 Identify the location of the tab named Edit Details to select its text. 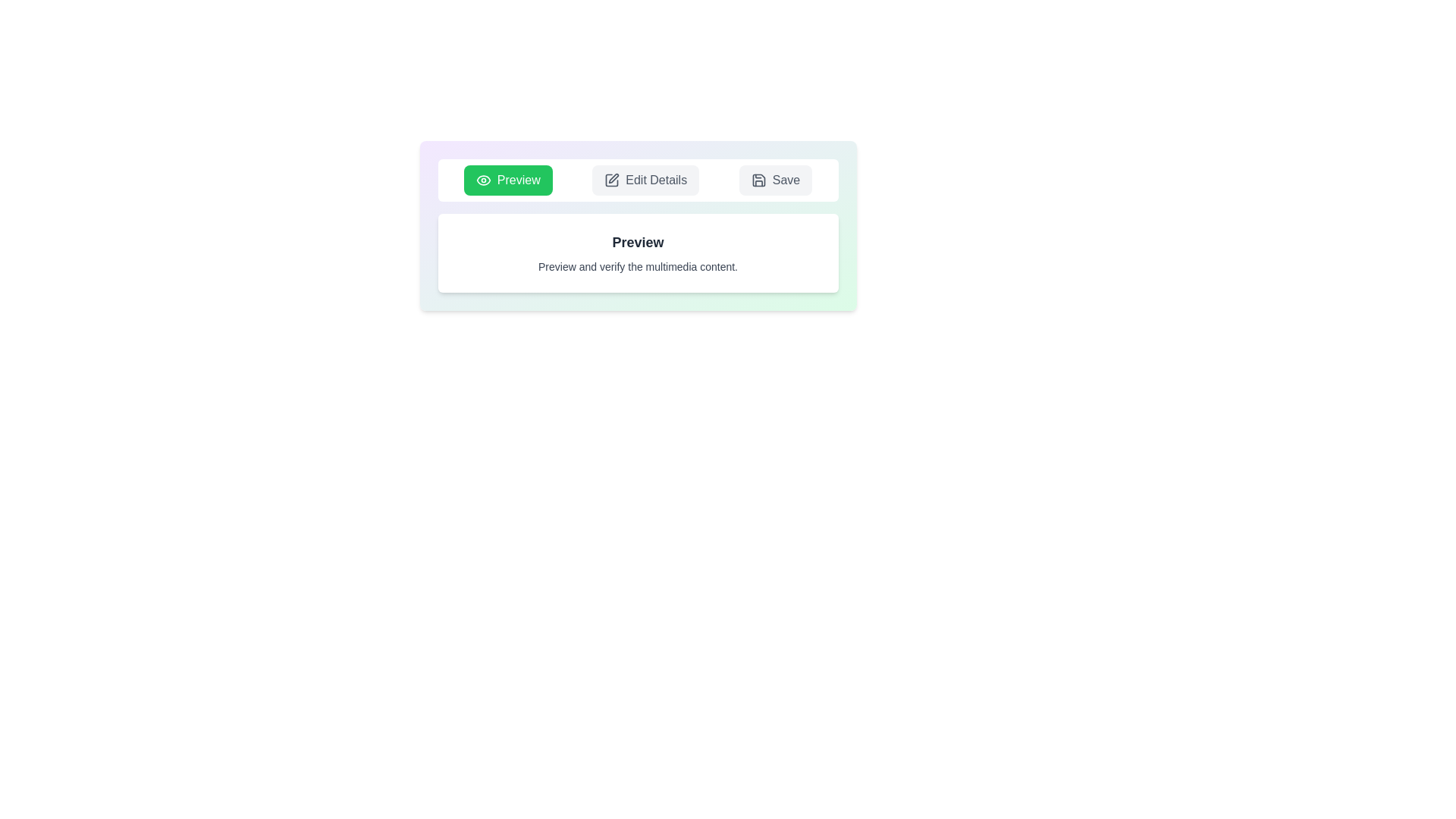
(645, 180).